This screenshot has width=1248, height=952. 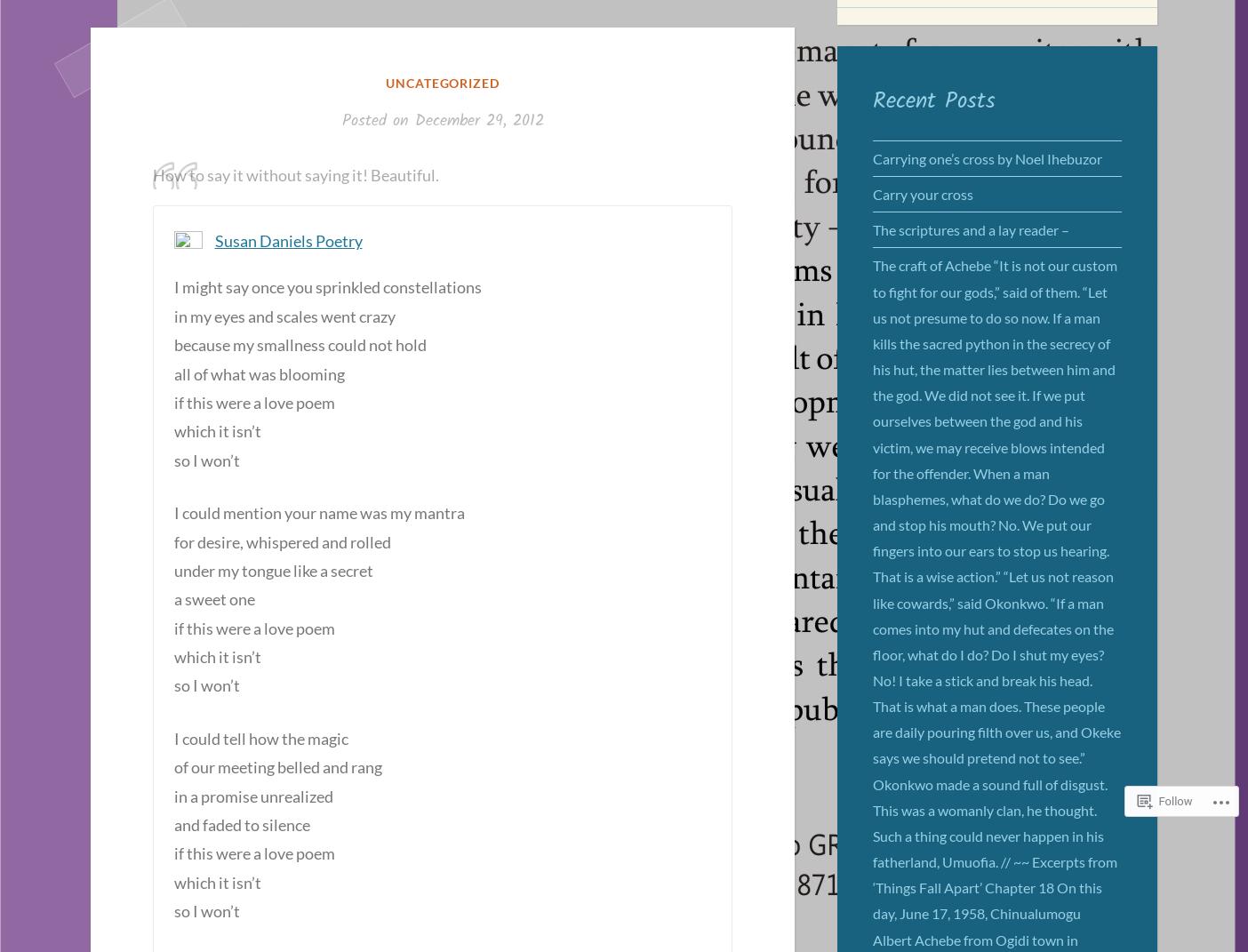 I want to click on 'I might say once you sprinkled constellations', so click(x=326, y=286).